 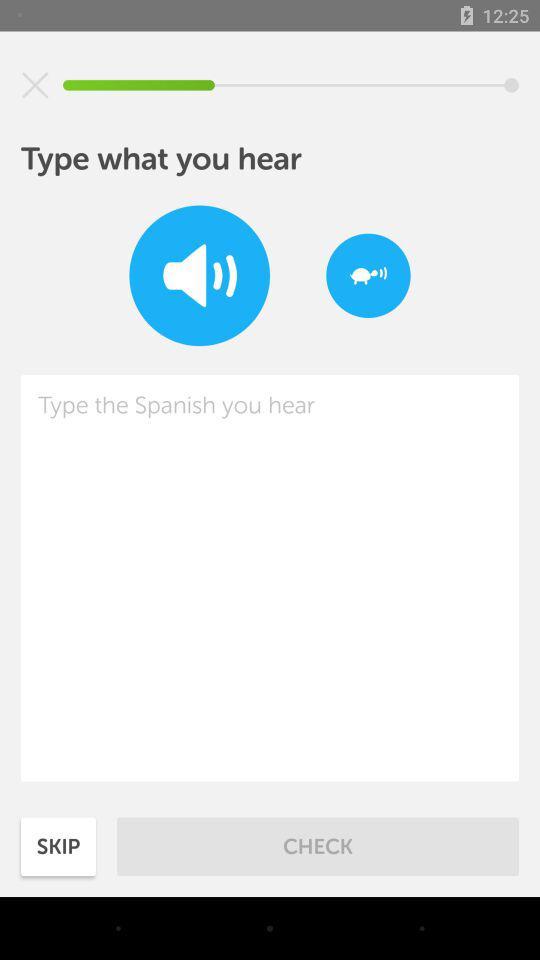 What do you see at coordinates (35, 85) in the screenshot?
I see `exit` at bounding box center [35, 85].